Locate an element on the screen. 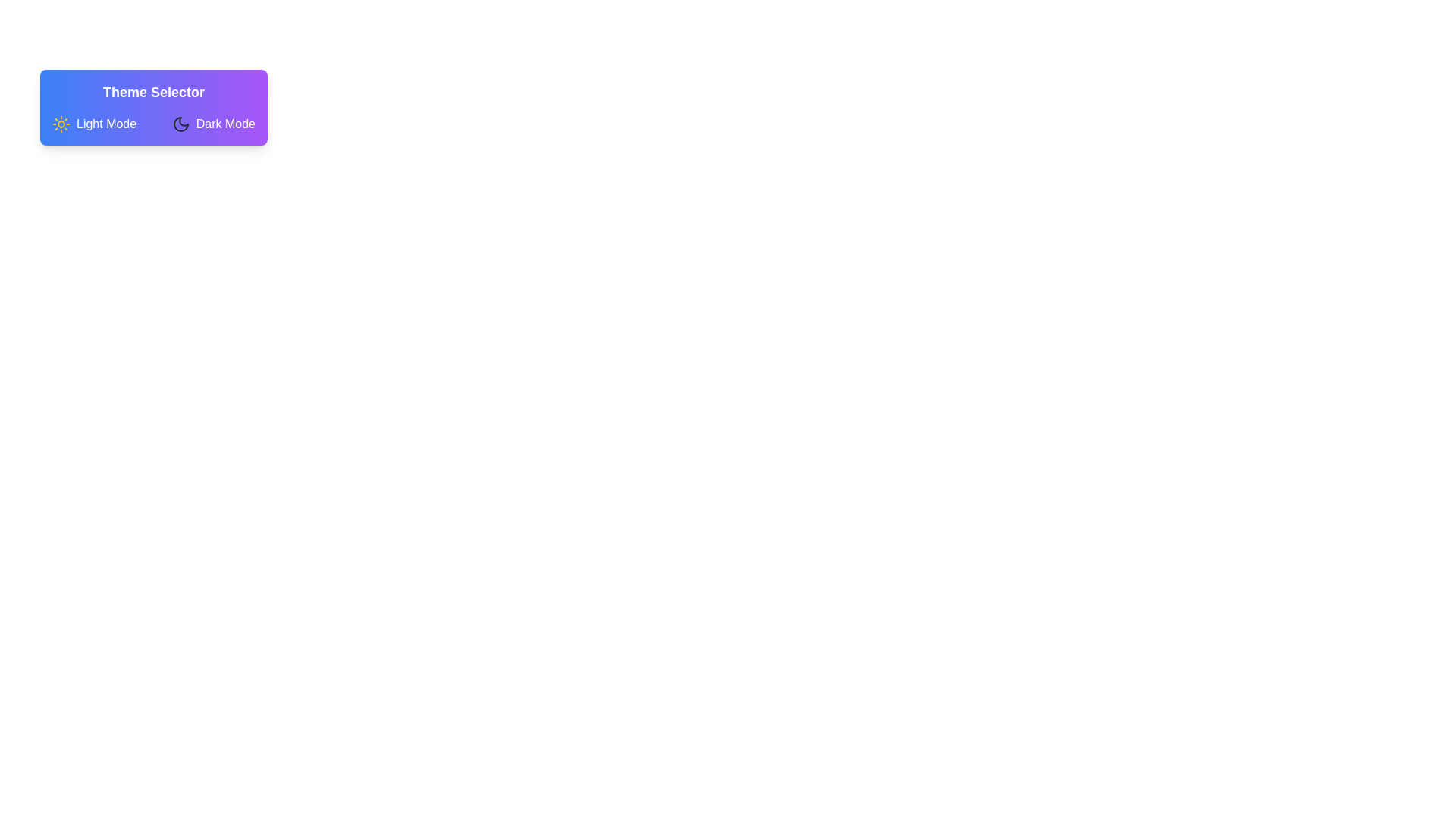 The height and width of the screenshot is (819, 1456). the crescent moon icon in the lower right corner of the 'Theme Selector' card is located at coordinates (180, 124).